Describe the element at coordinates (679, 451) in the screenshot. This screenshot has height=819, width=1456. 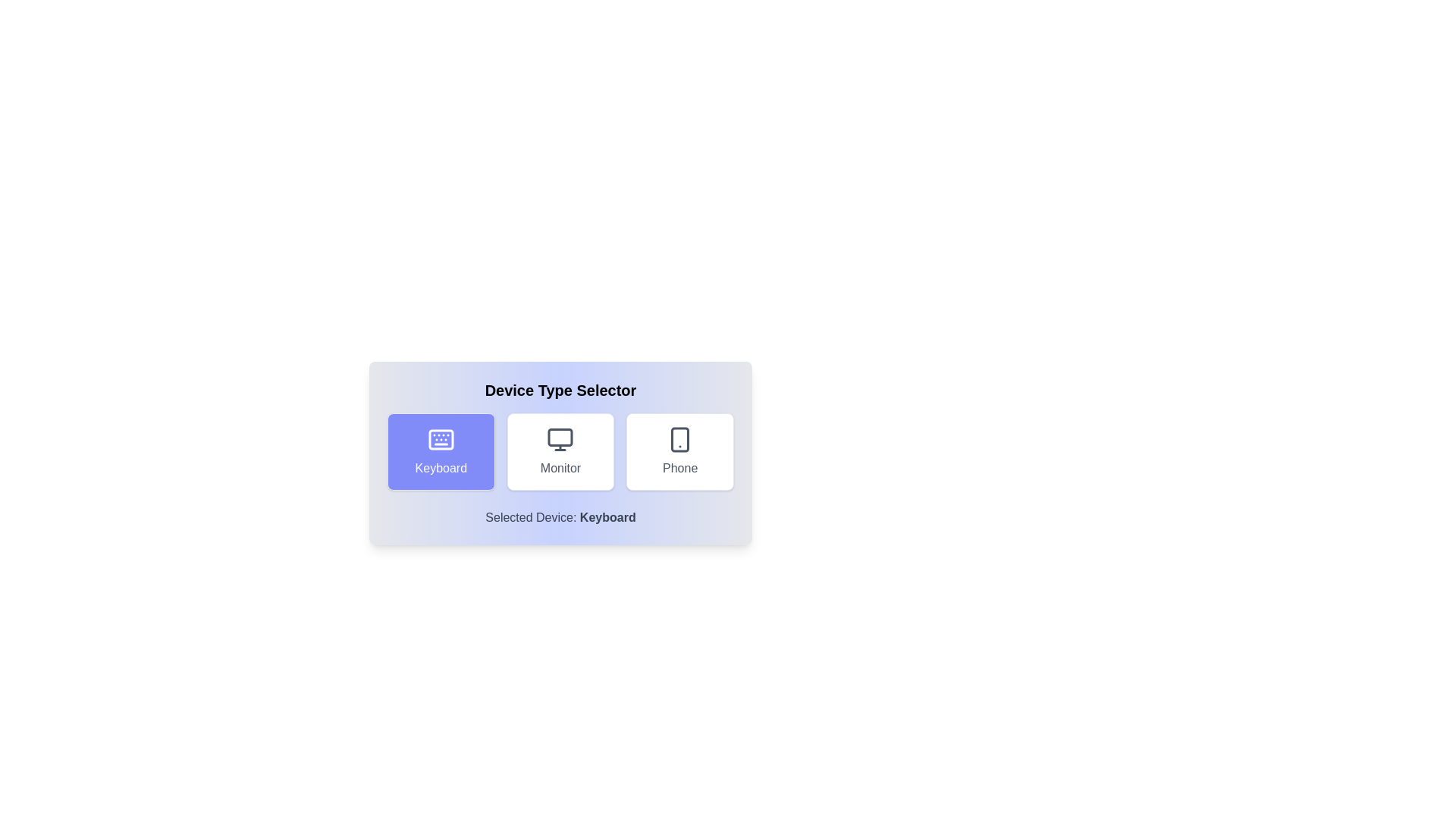
I see `the button corresponding to the selected device type Phone` at that location.